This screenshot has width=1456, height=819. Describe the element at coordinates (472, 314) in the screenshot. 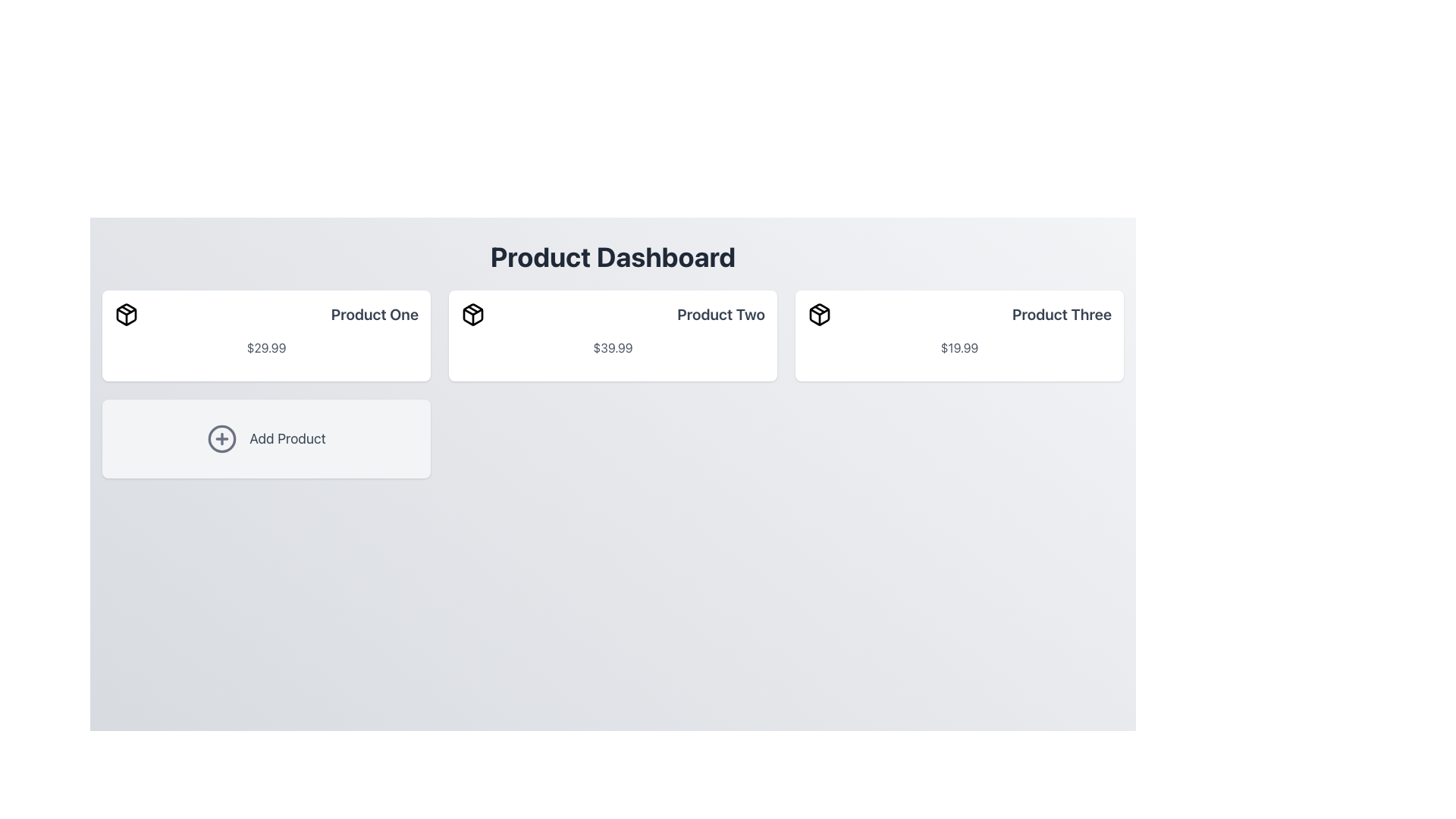

I see `the icon representing 'Product Two' located in the top-left corner of the 'Product Two' card` at that location.